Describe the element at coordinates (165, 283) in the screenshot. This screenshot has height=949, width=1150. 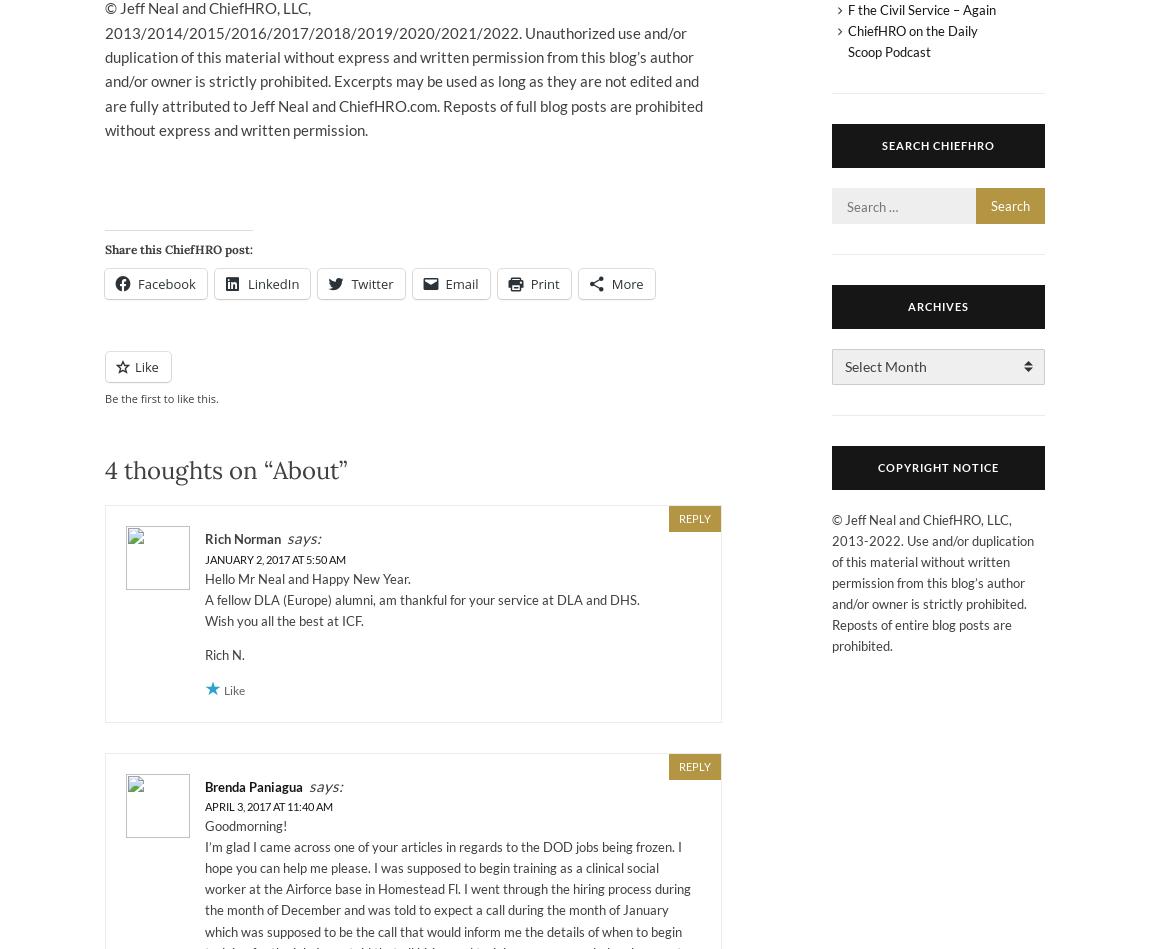
I see `'Facebook'` at that location.